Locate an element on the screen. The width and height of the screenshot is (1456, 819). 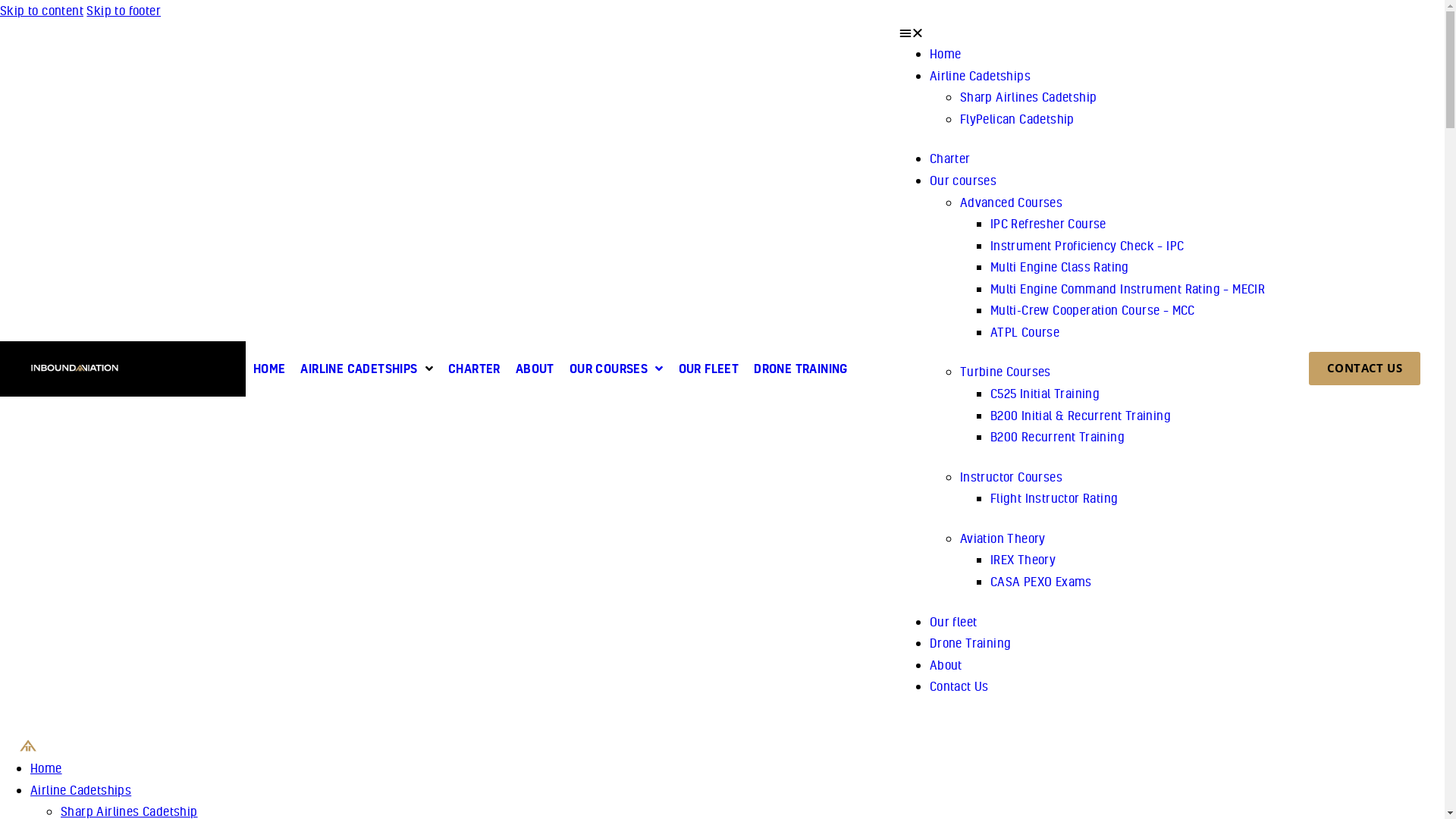
'ABOUT' is located at coordinates (535, 369).